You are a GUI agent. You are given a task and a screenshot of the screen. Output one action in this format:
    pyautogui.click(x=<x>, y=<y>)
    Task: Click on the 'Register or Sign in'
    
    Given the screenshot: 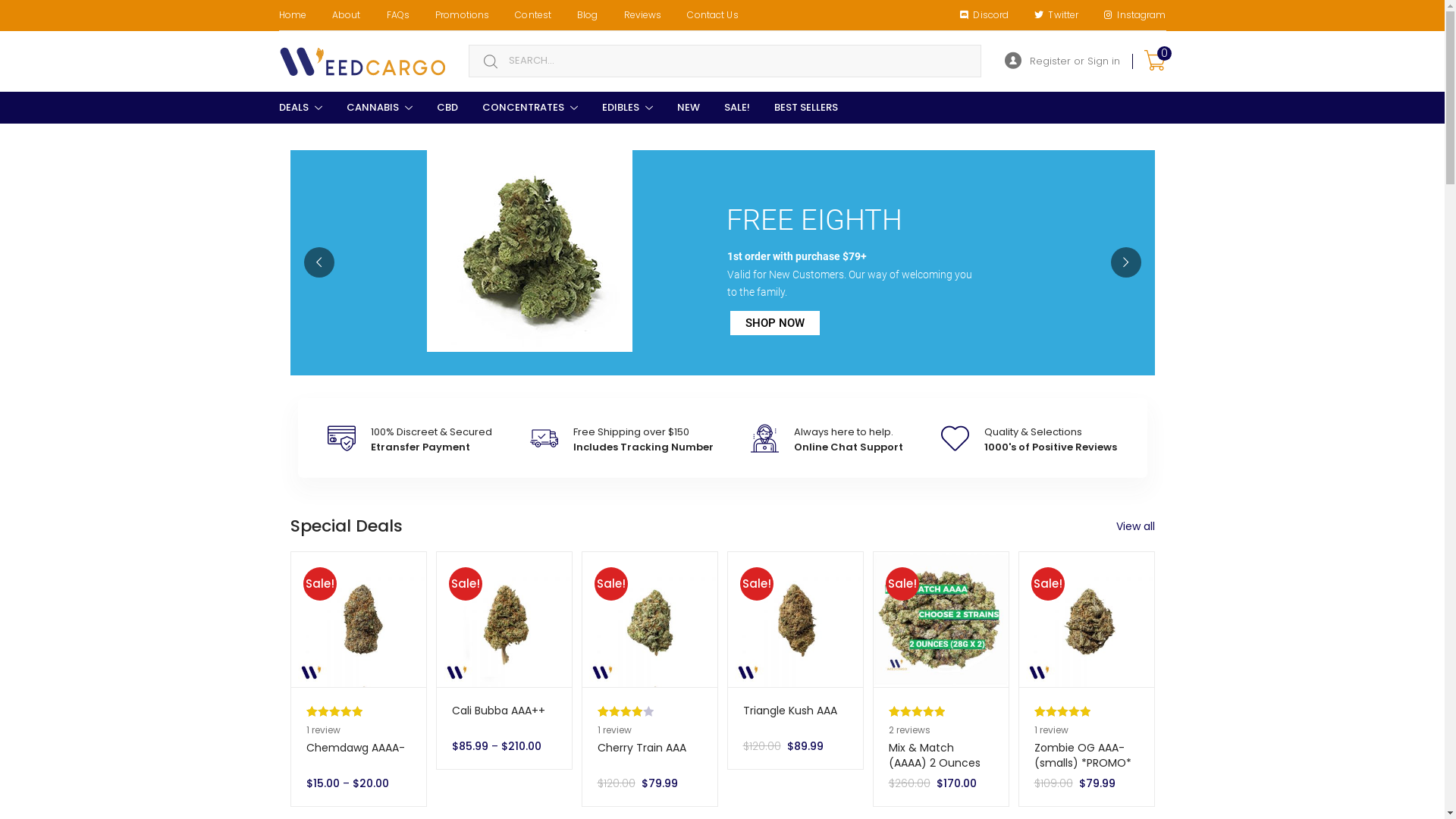 What is the action you would take?
    pyautogui.click(x=1061, y=61)
    